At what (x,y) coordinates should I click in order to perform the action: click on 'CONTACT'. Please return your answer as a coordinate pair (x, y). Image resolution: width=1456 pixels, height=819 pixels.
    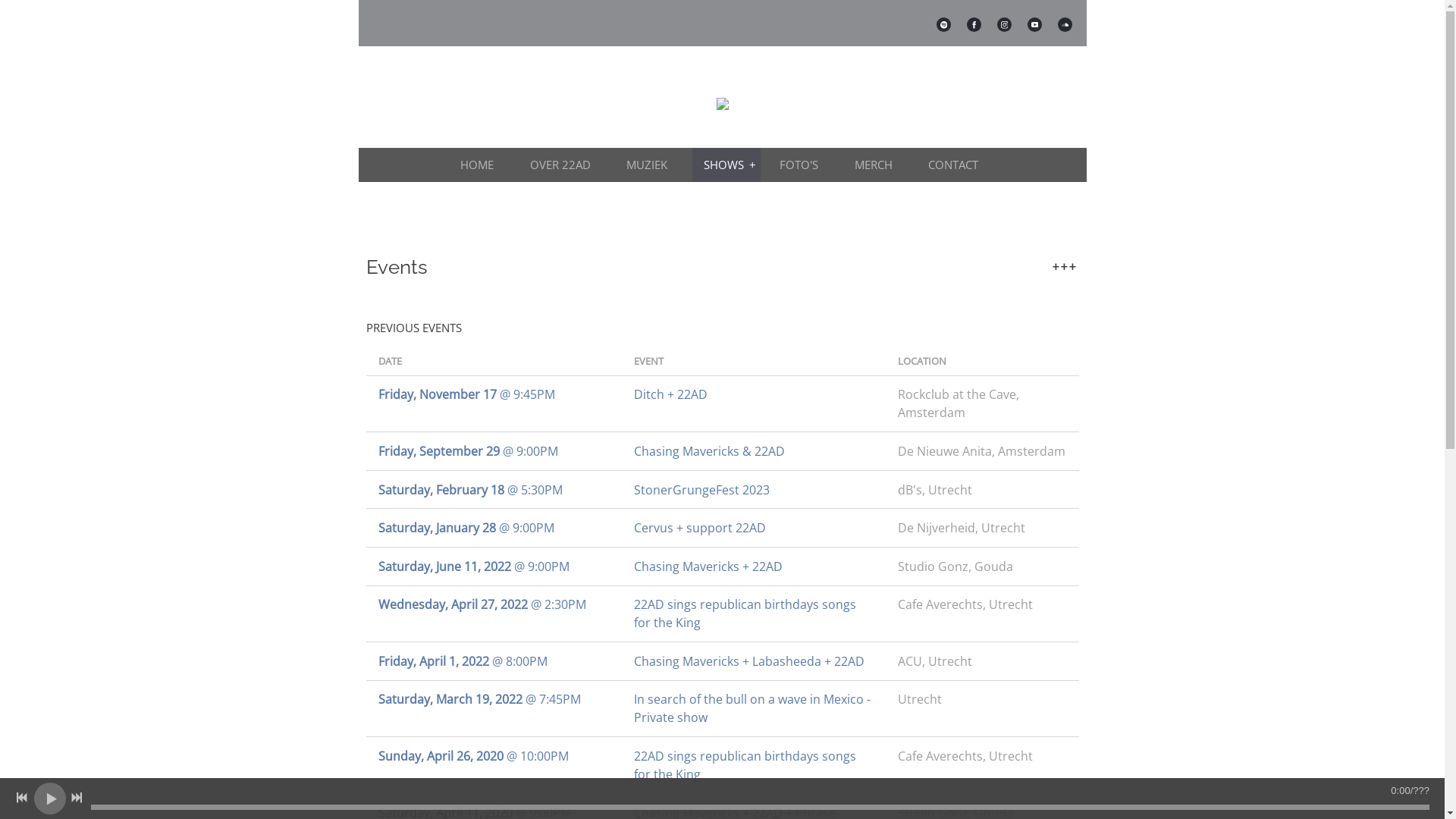
    Looking at the image, I should click on (955, 165).